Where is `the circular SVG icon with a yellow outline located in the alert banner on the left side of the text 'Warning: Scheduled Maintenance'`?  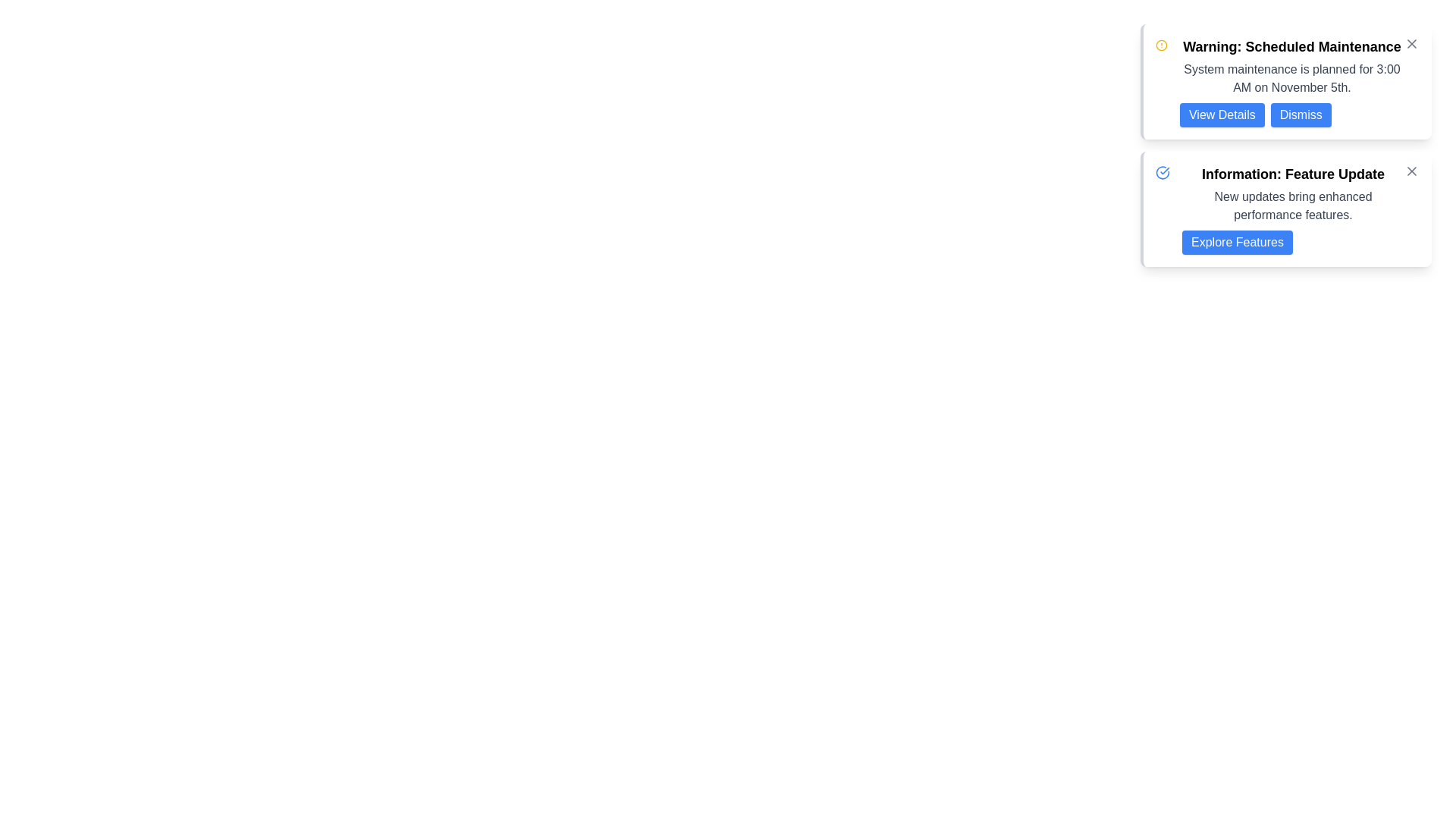
the circular SVG icon with a yellow outline located in the alert banner on the left side of the text 'Warning: Scheduled Maintenance' is located at coordinates (1160, 45).